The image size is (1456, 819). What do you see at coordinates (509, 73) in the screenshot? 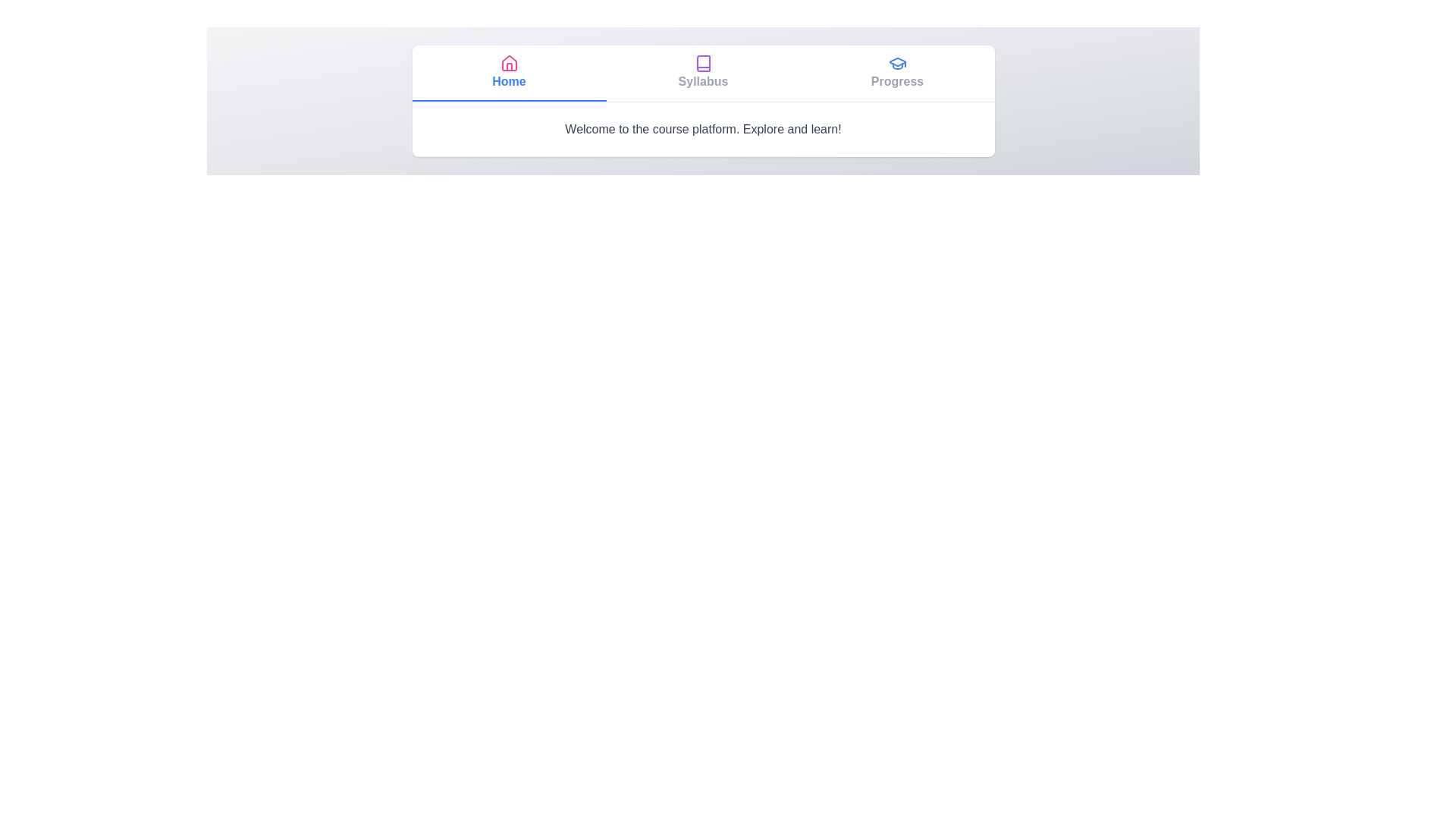
I see `the Home tab by clicking on its button` at bounding box center [509, 73].